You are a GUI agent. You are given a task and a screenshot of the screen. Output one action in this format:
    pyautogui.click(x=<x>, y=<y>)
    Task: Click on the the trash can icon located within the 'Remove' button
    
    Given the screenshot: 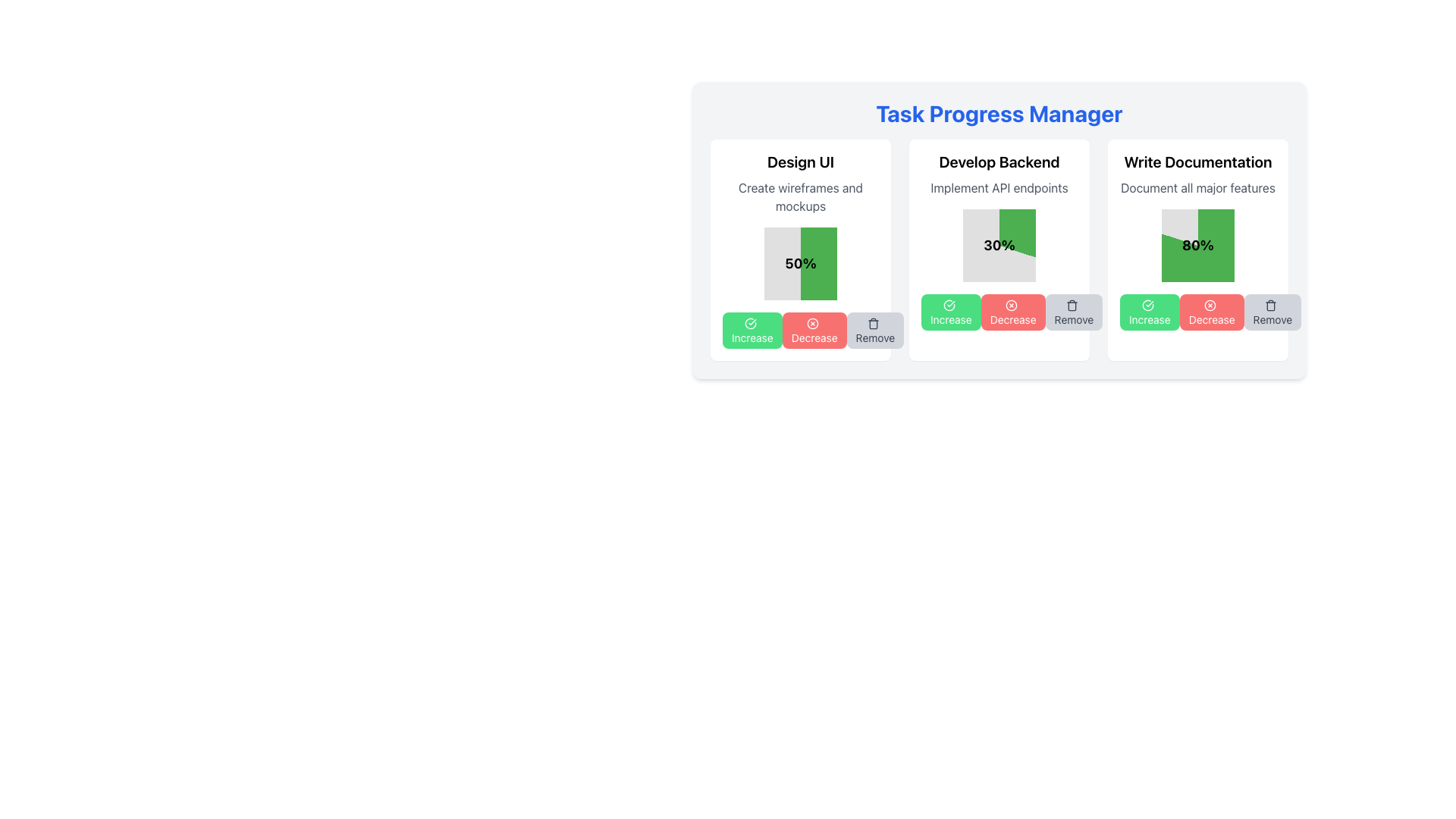 What is the action you would take?
    pyautogui.click(x=874, y=323)
    